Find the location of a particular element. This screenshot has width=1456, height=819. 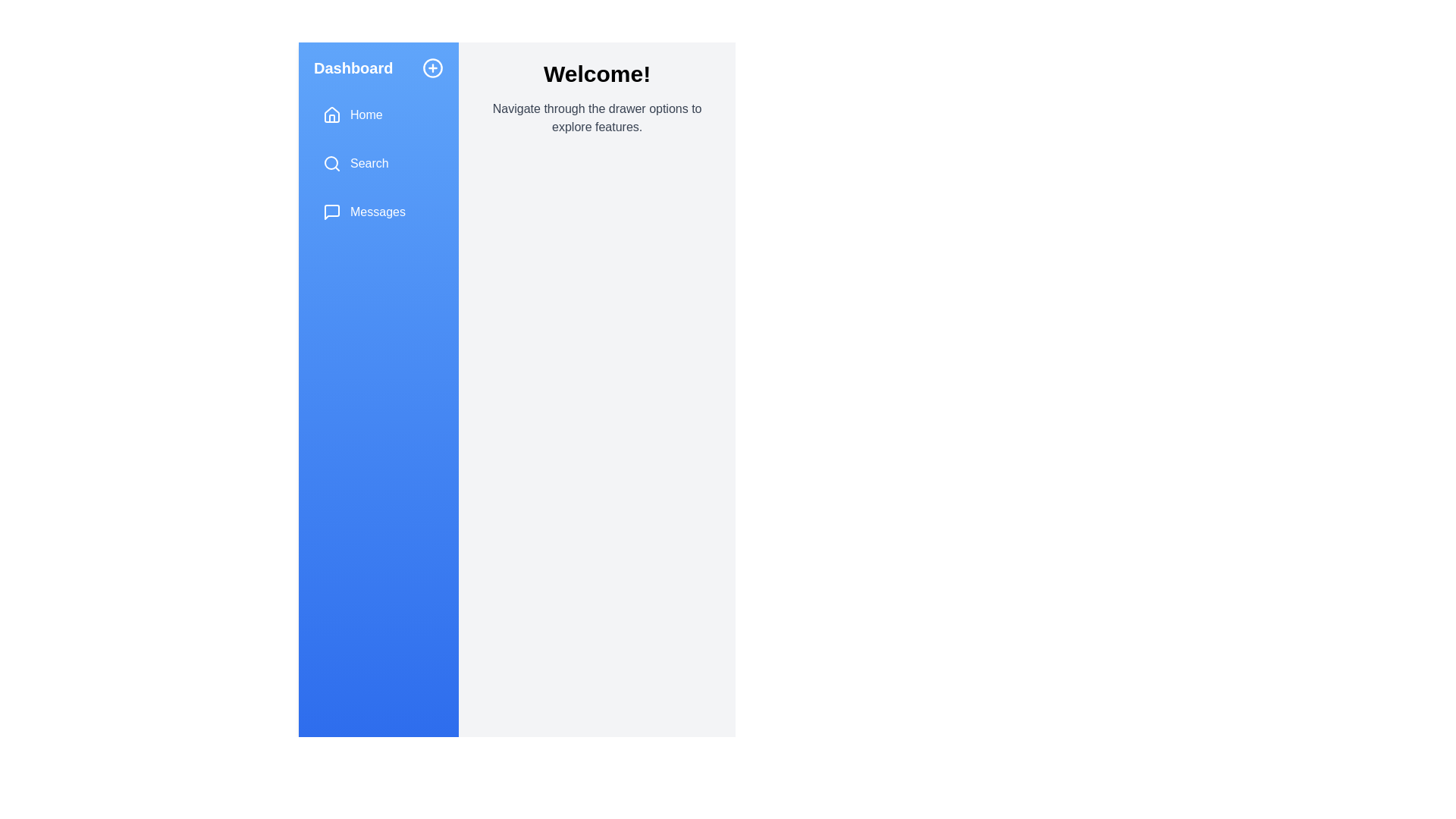

the 'Search' option in the drawer to navigate to the corresponding section is located at coordinates (378, 164).